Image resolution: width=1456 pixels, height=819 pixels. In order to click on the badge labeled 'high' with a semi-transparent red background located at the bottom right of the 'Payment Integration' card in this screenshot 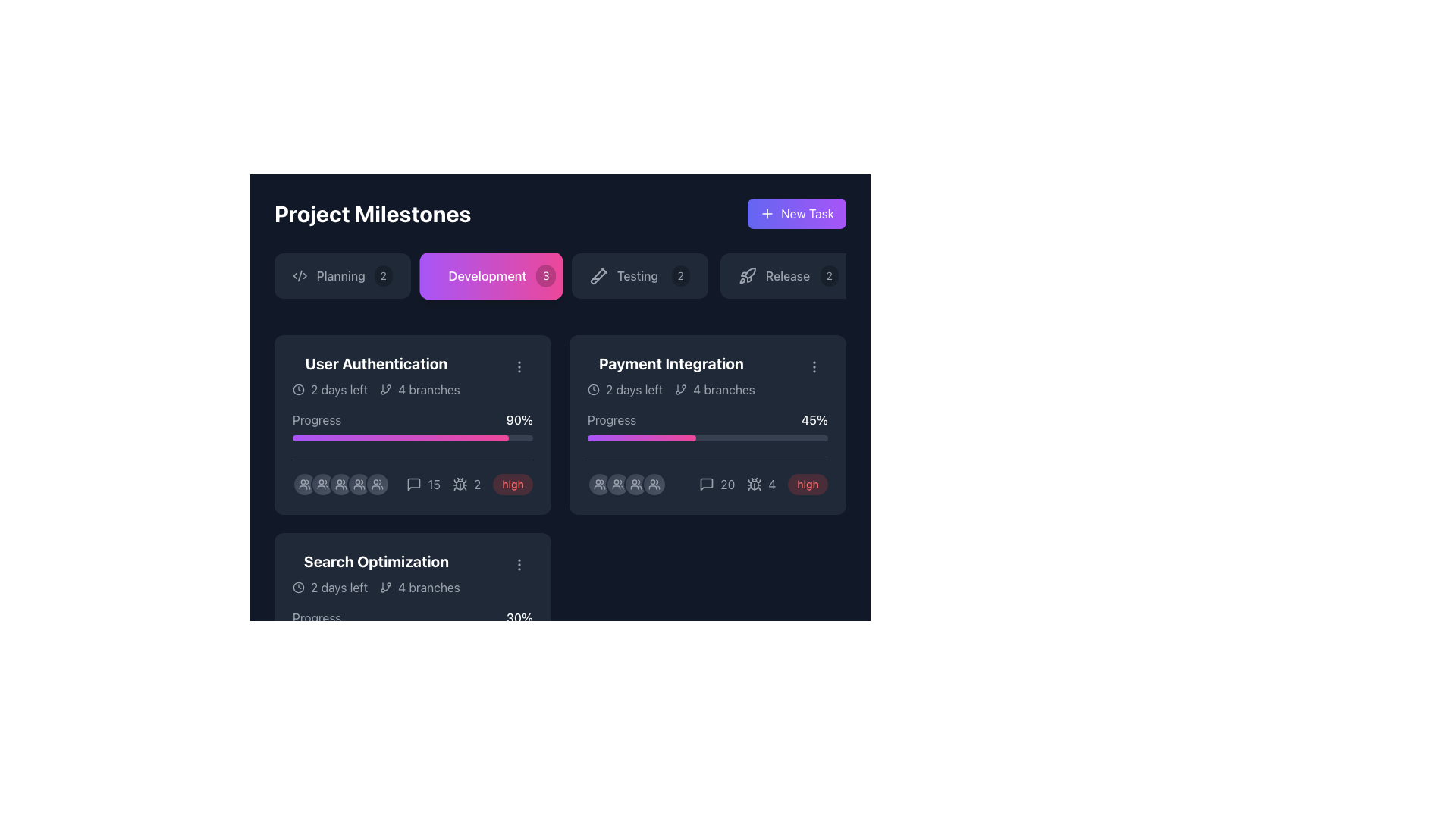, I will do `click(807, 485)`.